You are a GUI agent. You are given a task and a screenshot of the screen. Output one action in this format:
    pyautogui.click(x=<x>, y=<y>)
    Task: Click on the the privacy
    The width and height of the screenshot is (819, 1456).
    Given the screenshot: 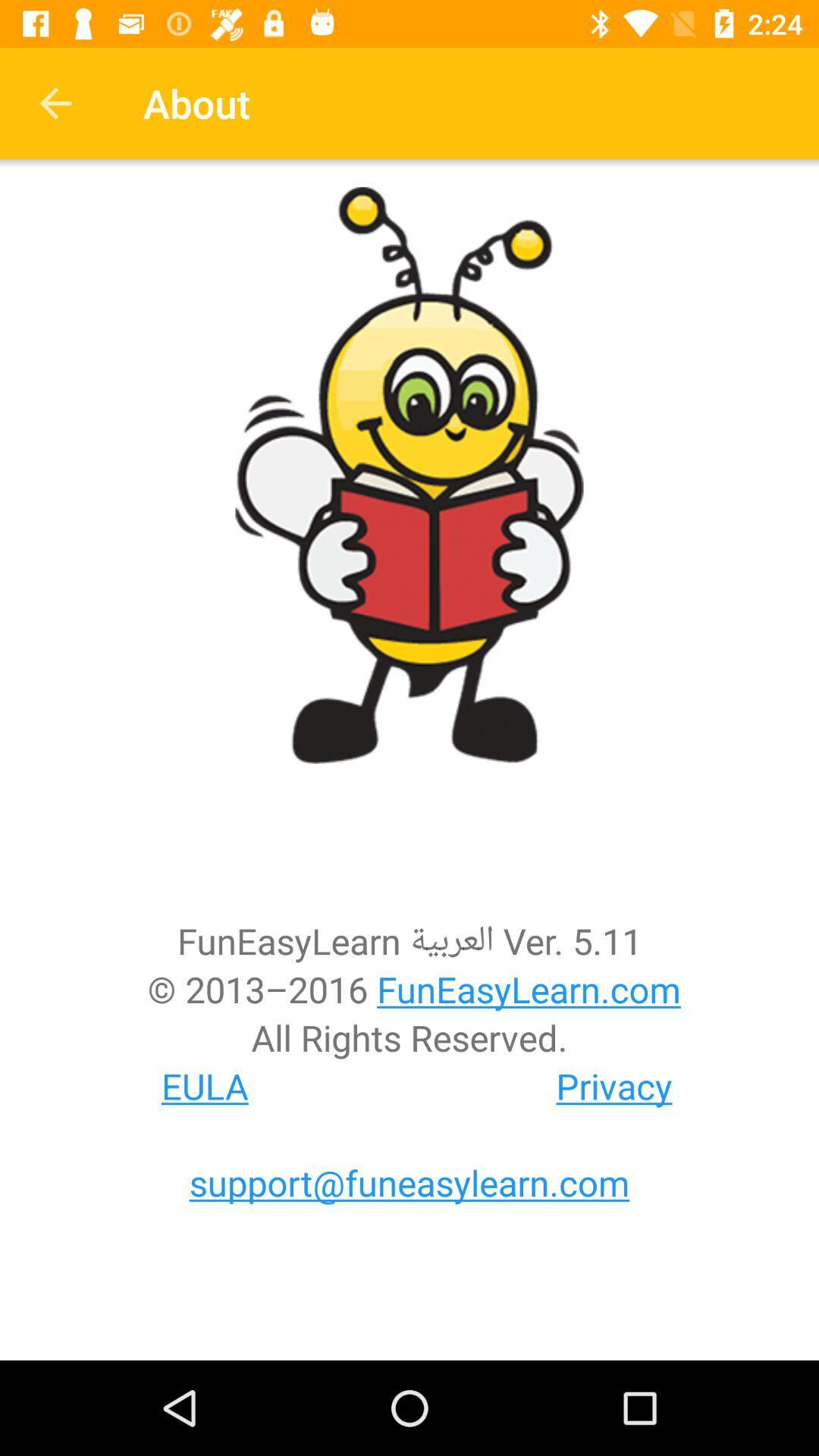 What is the action you would take?
    pyautogui.click(x=614, y=1085)
    